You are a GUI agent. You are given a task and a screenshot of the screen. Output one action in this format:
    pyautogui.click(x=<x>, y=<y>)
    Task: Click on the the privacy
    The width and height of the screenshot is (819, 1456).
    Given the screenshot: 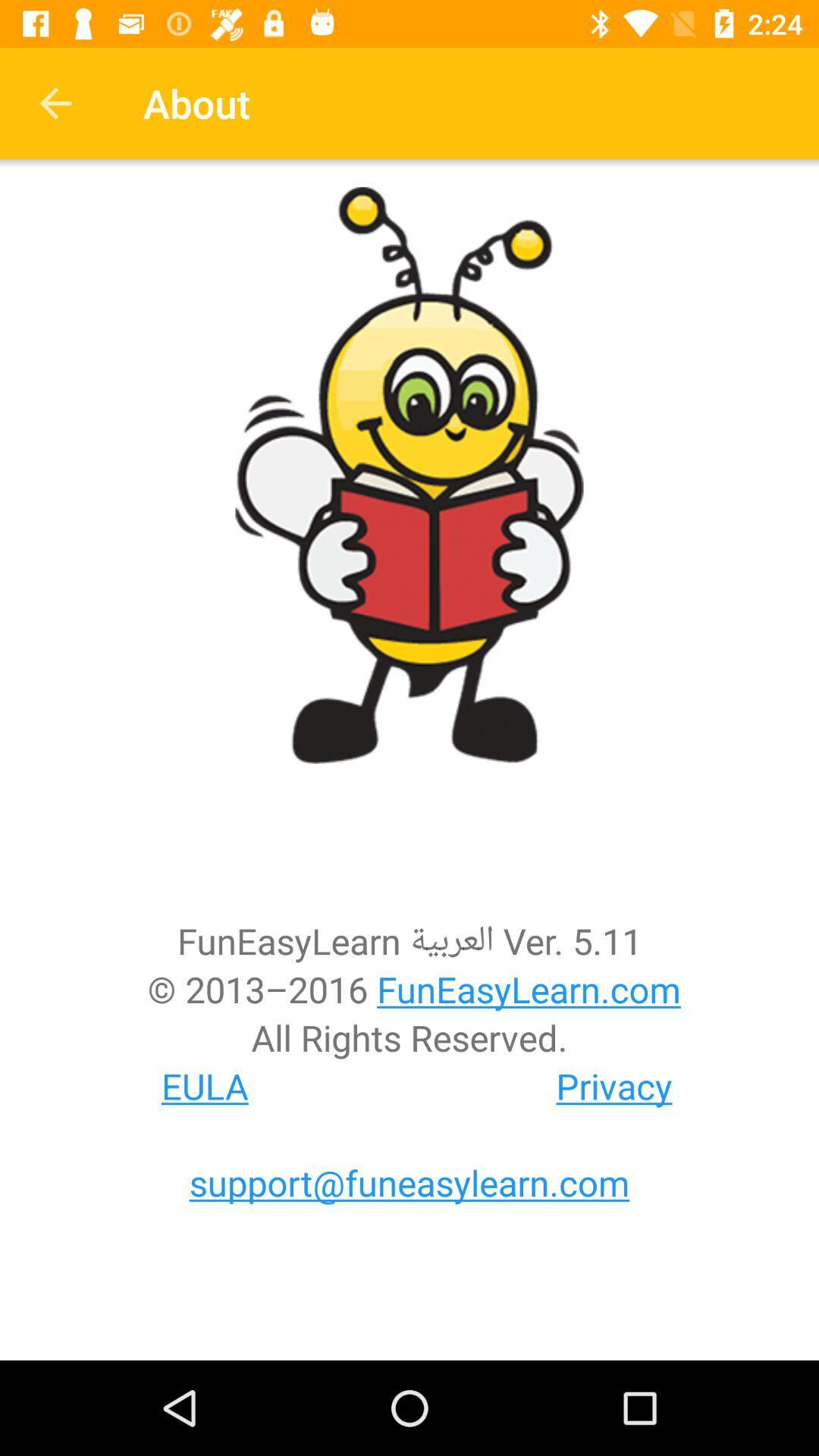 What is the action you would take?
    pyautogui.click(x=614, y=1085)
    